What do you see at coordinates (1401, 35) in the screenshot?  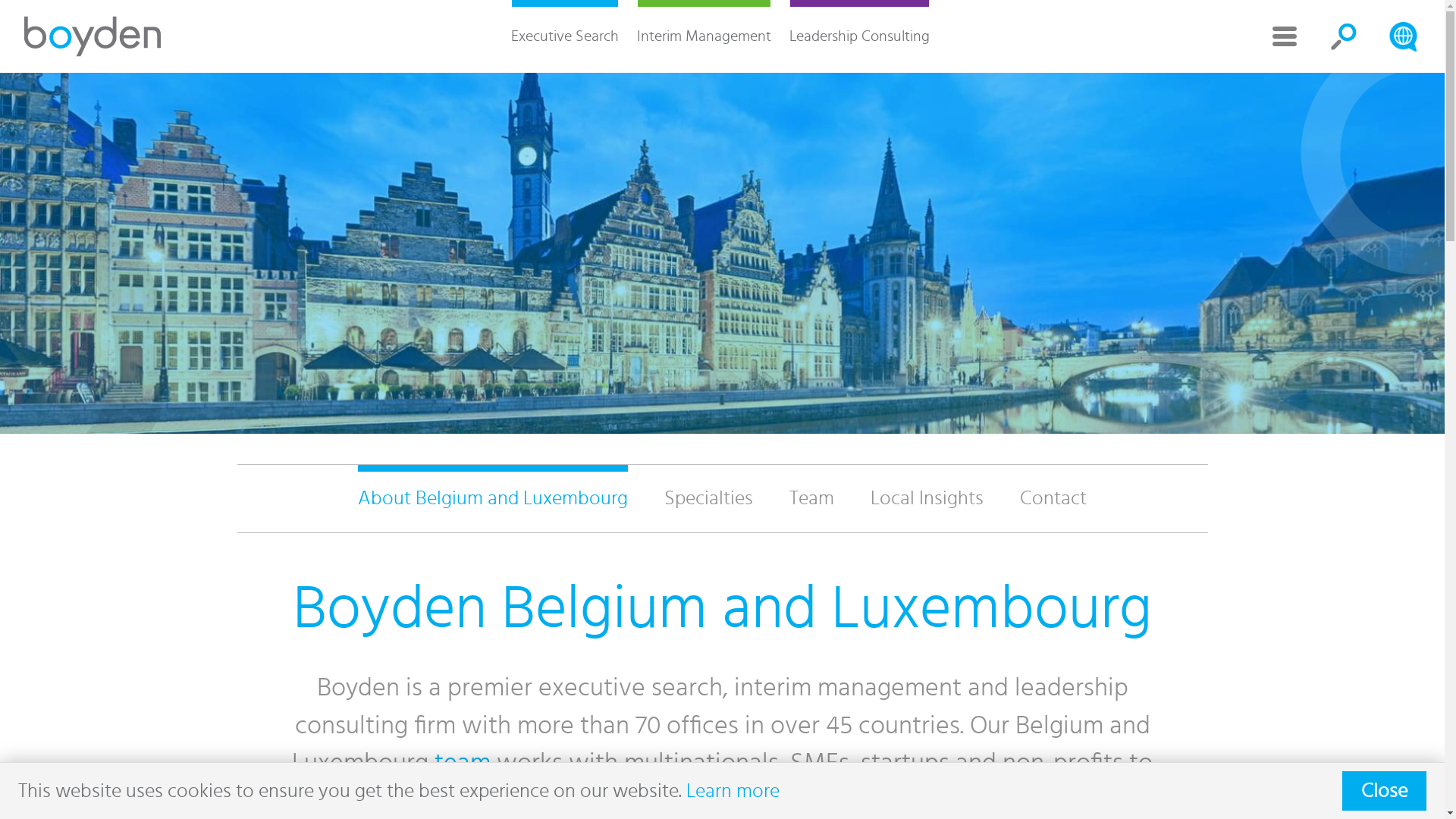 I see `'Search'` at bounding box center [1401, 35].